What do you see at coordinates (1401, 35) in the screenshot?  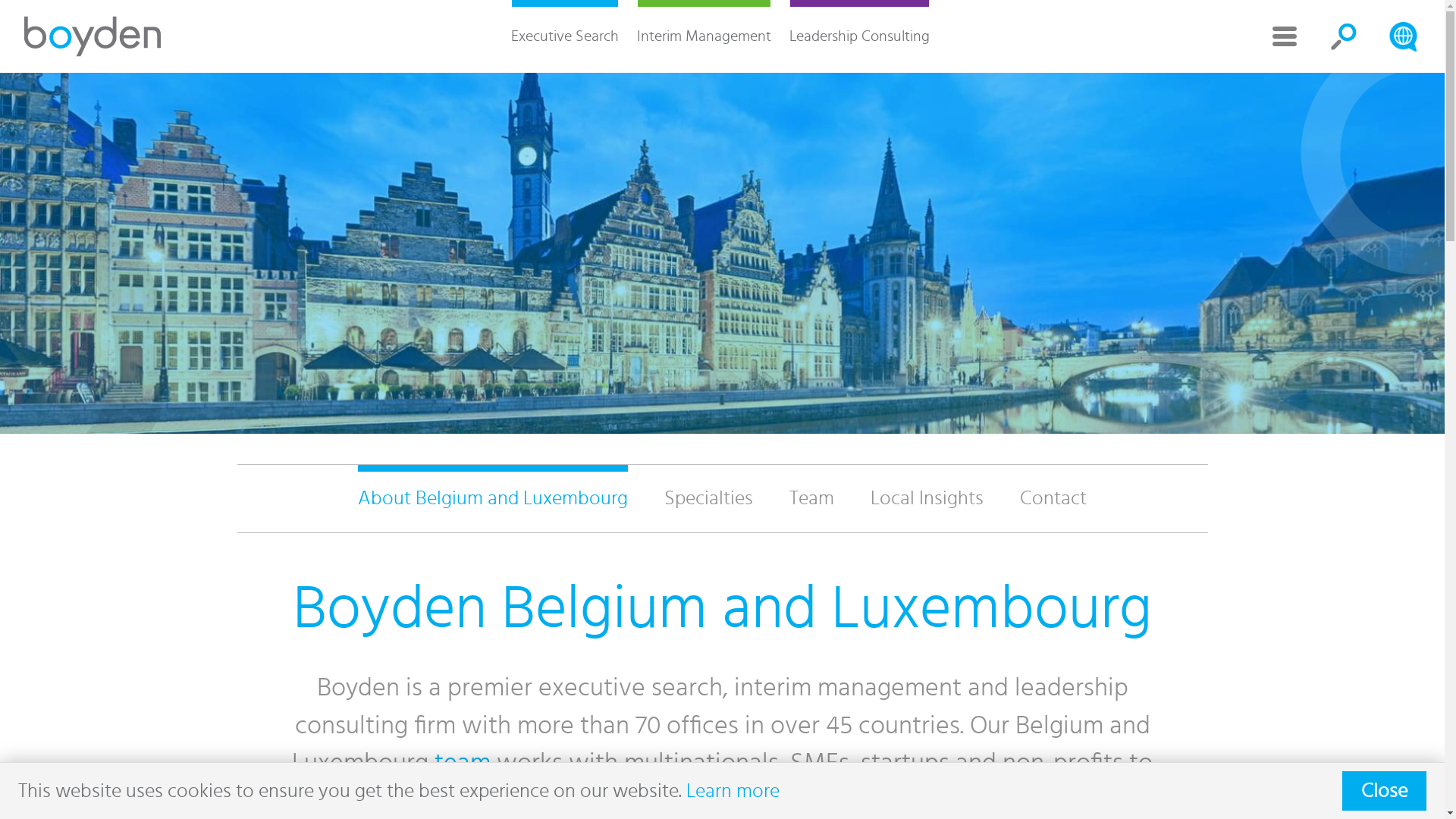 I see `'Search'` at bounding box center [1401, 35].